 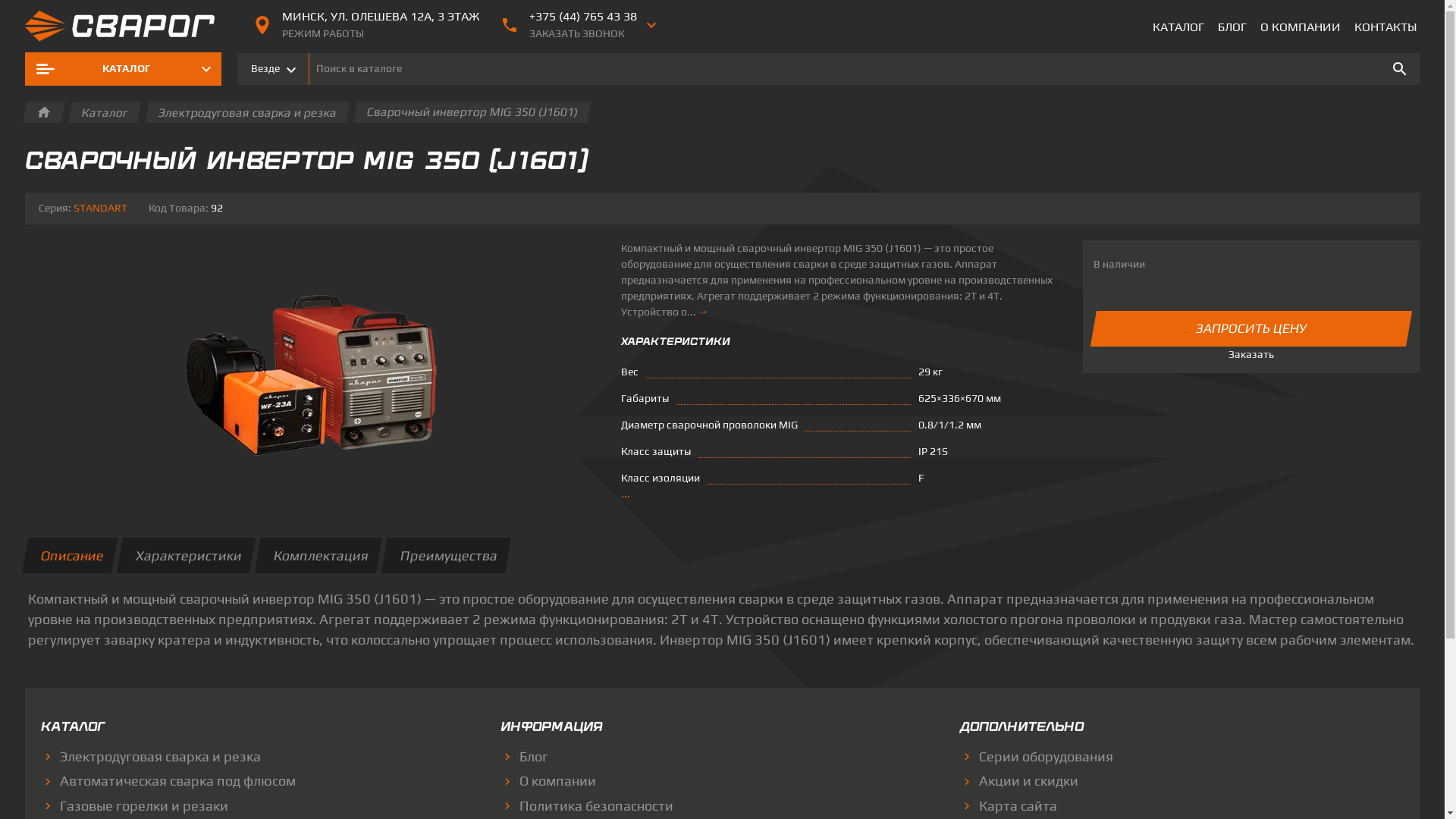 What do you see at coordinates (529, 16) in the screenshot?
I see `'+375 (44) 765 43 38'` at bounding box center [529, 16].